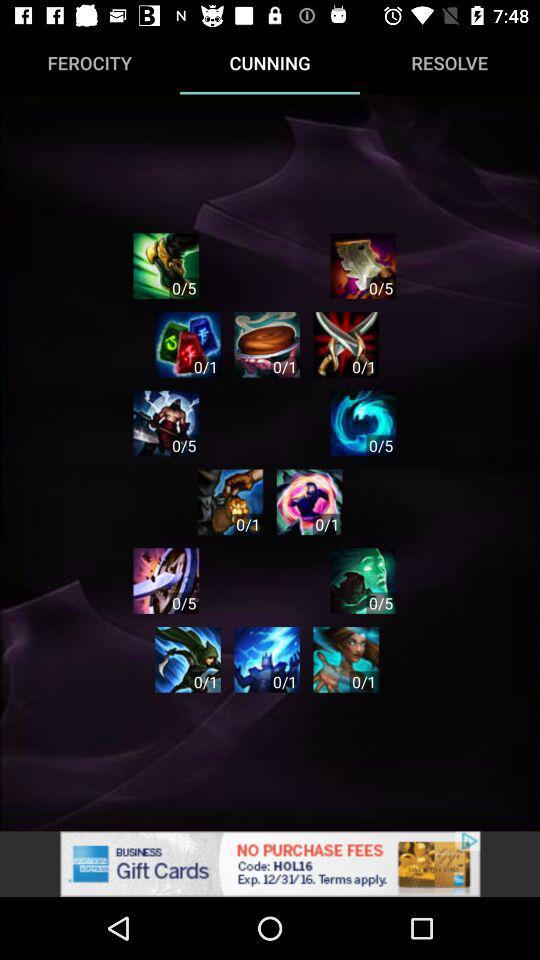  I want to click on new game, so click(345, 658).